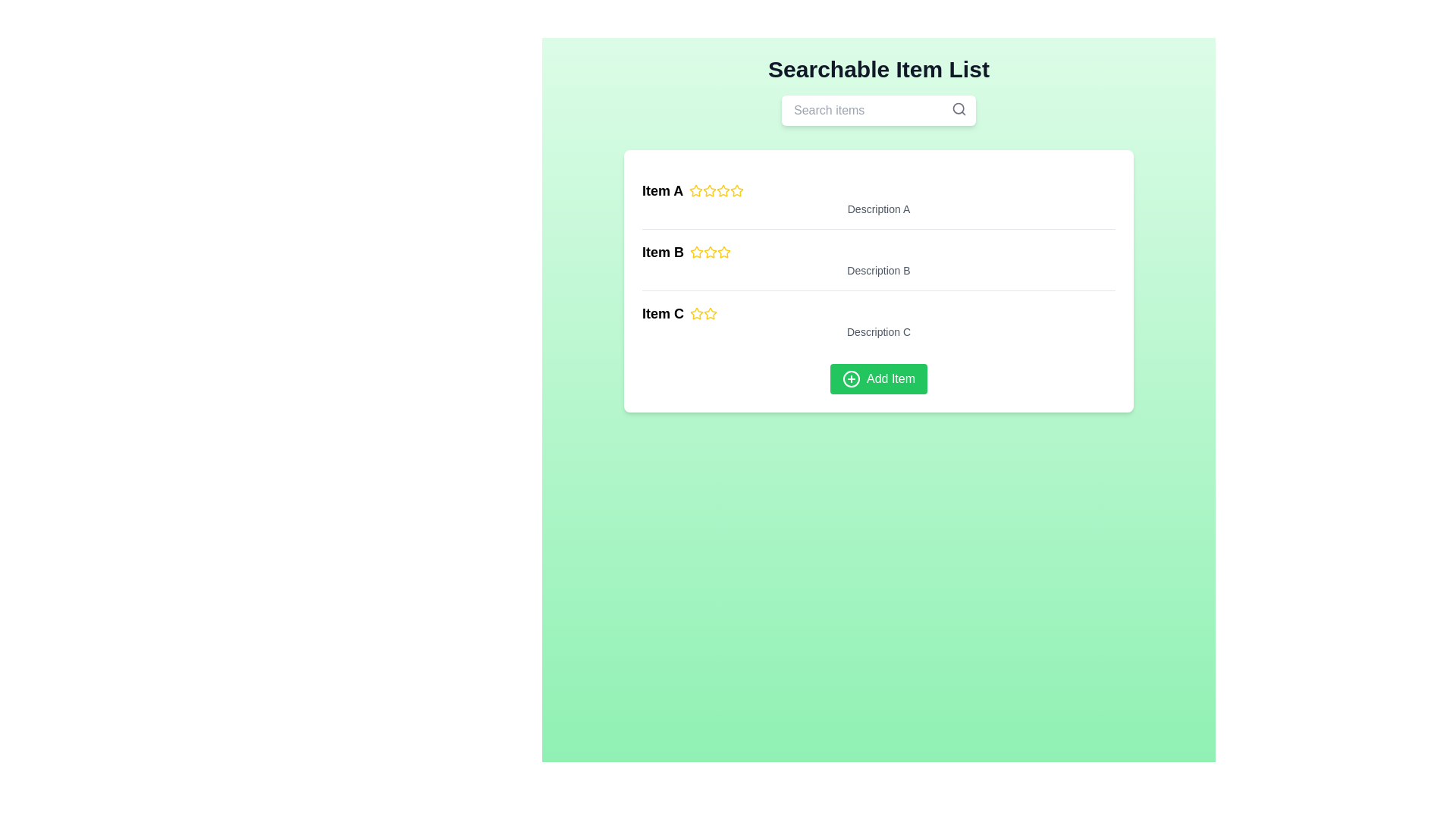  Describe the element at coordinates (709, 190) in the screenshot. I see `the second star rating icon with a yellow border` at that location.